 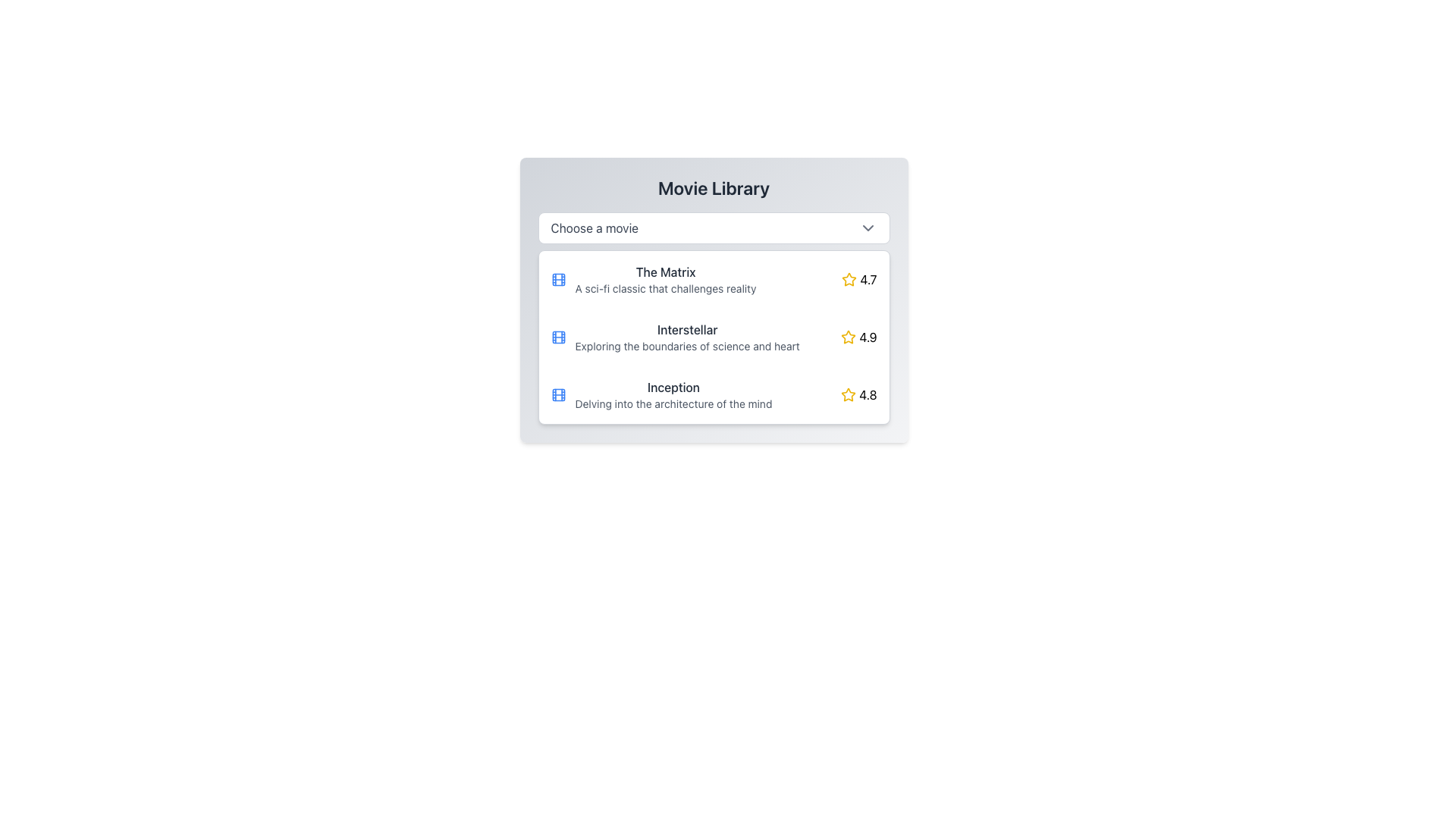 What do you see at coordinates (686, 329) in the screenshot?
I see `the movie title text label in the second item of the 'Movie Library' list` at bounding box center [686, 329].